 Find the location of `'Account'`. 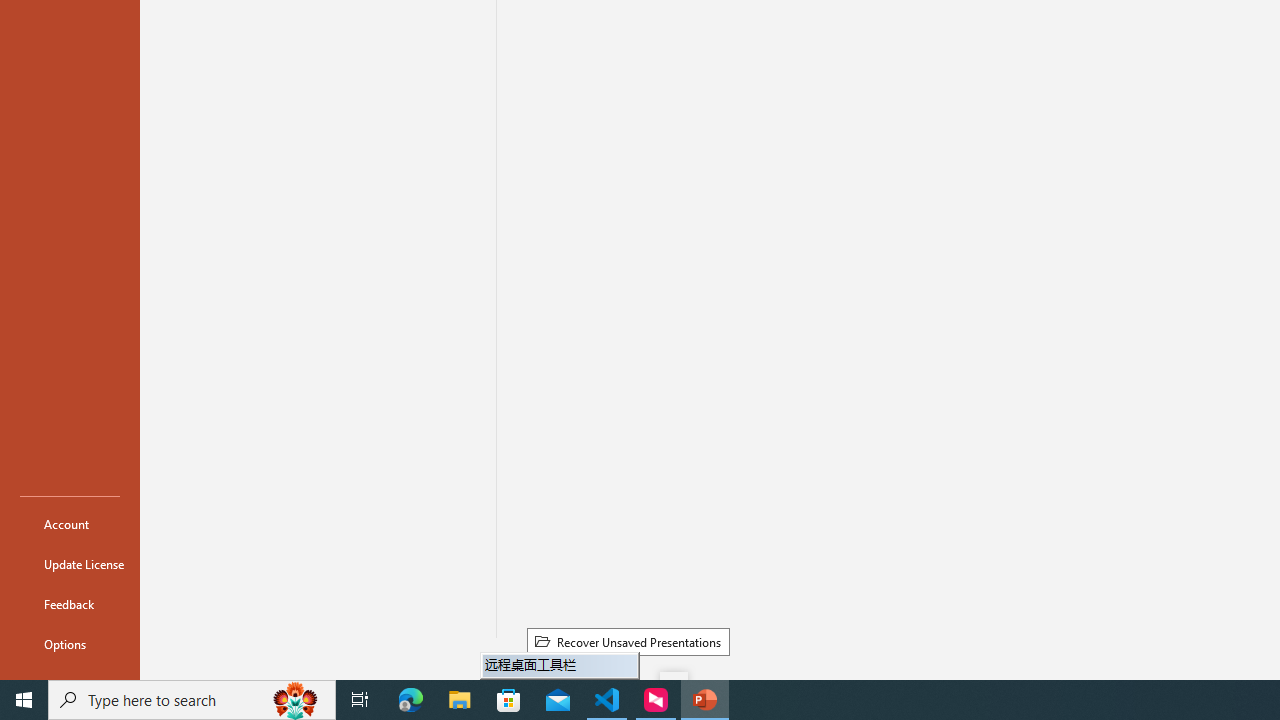

'Account' is located at coordinates (69, 523).